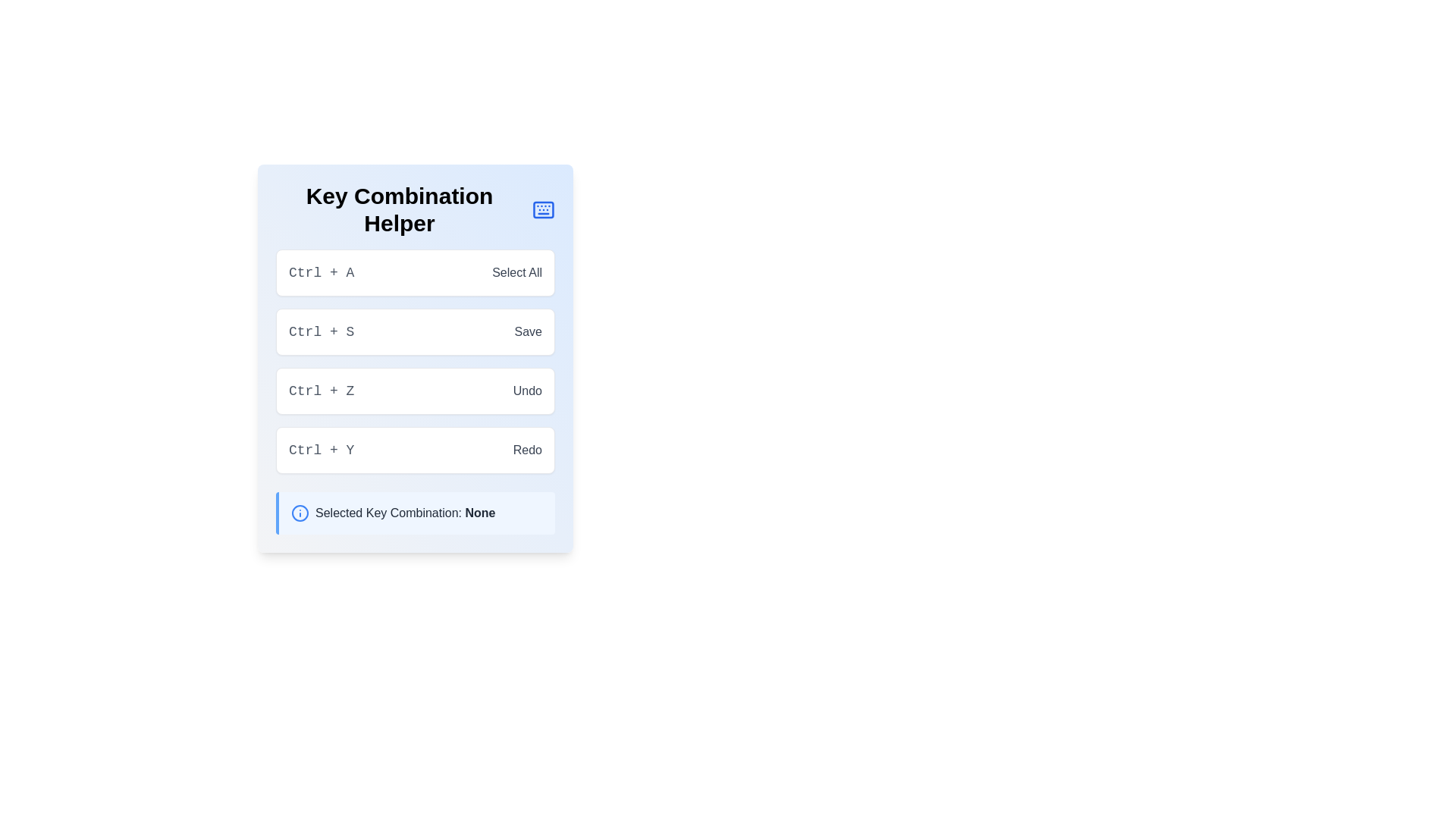 Image resolution: width=1456 pixels, height=819 pixels. Describe the element at coordinates (415, 362) in the screenshot. I see `the second item in the List of interactive items titled 'Key Combination Helper', which describes the command 'Ctrl + S Save'` at that location.